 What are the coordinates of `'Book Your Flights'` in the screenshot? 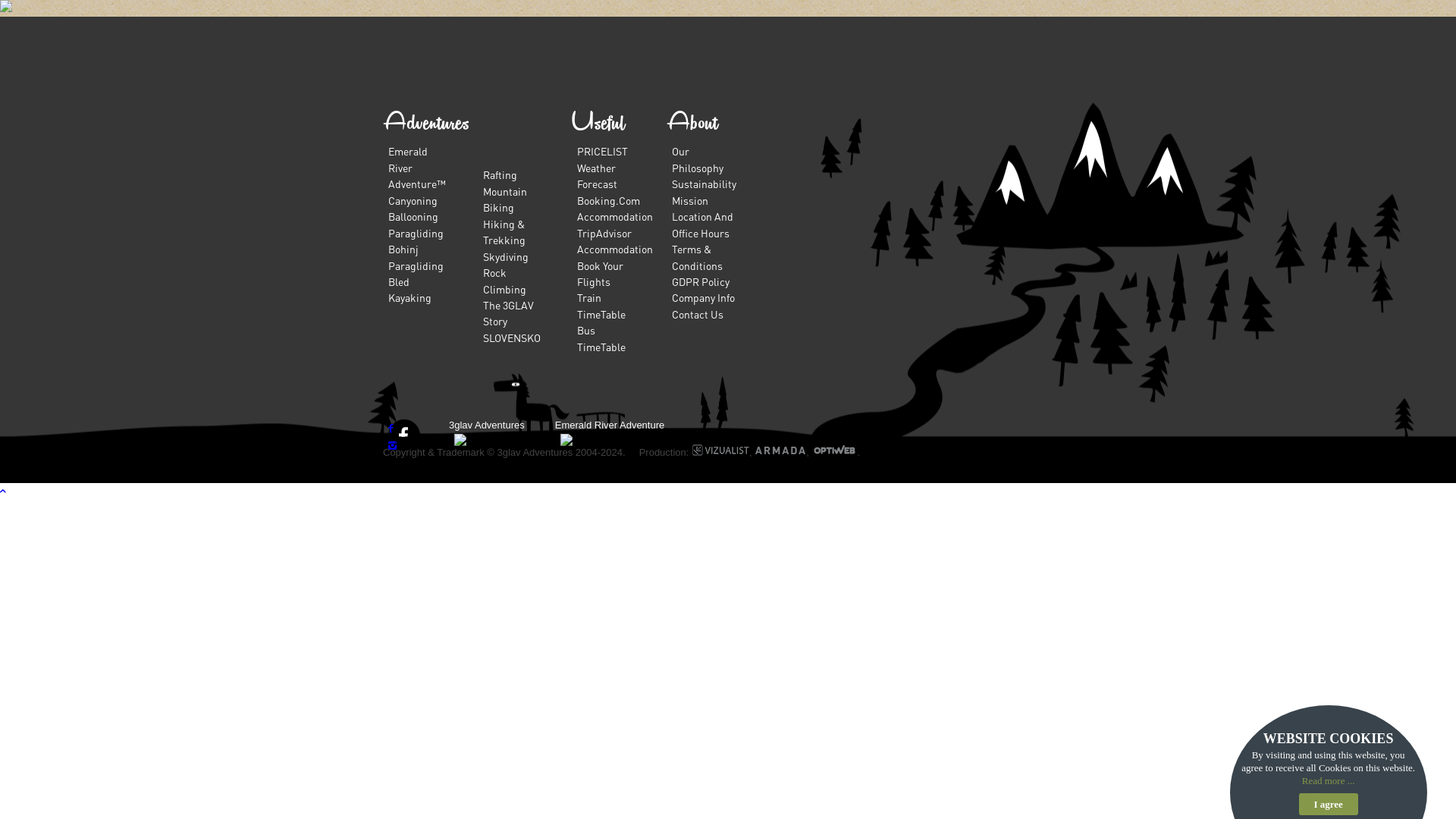 It's located at (599, 271).